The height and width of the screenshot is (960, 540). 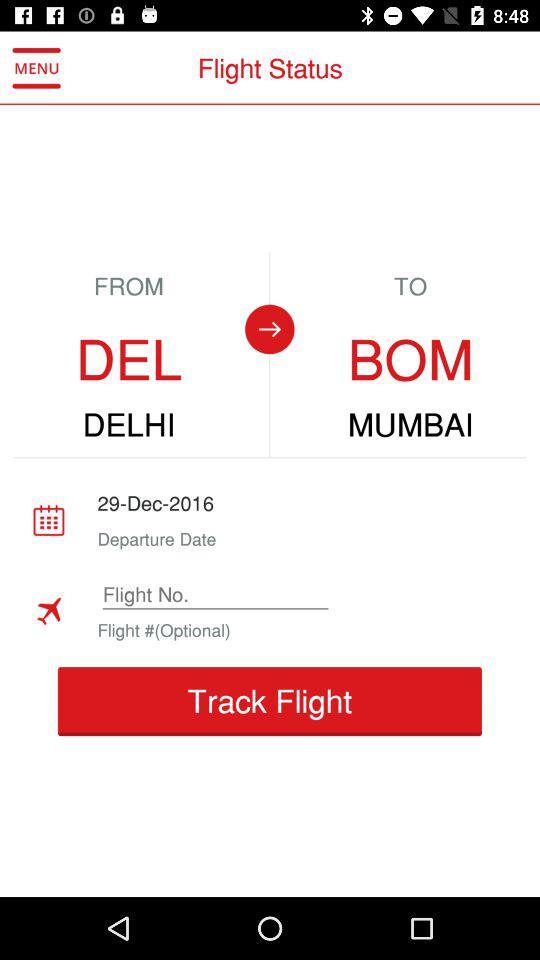 What do you see at coordinates (214, 594) in the screenshot?
I see `the item above the flight #(optional) icon` at bounding box center [214, 594].